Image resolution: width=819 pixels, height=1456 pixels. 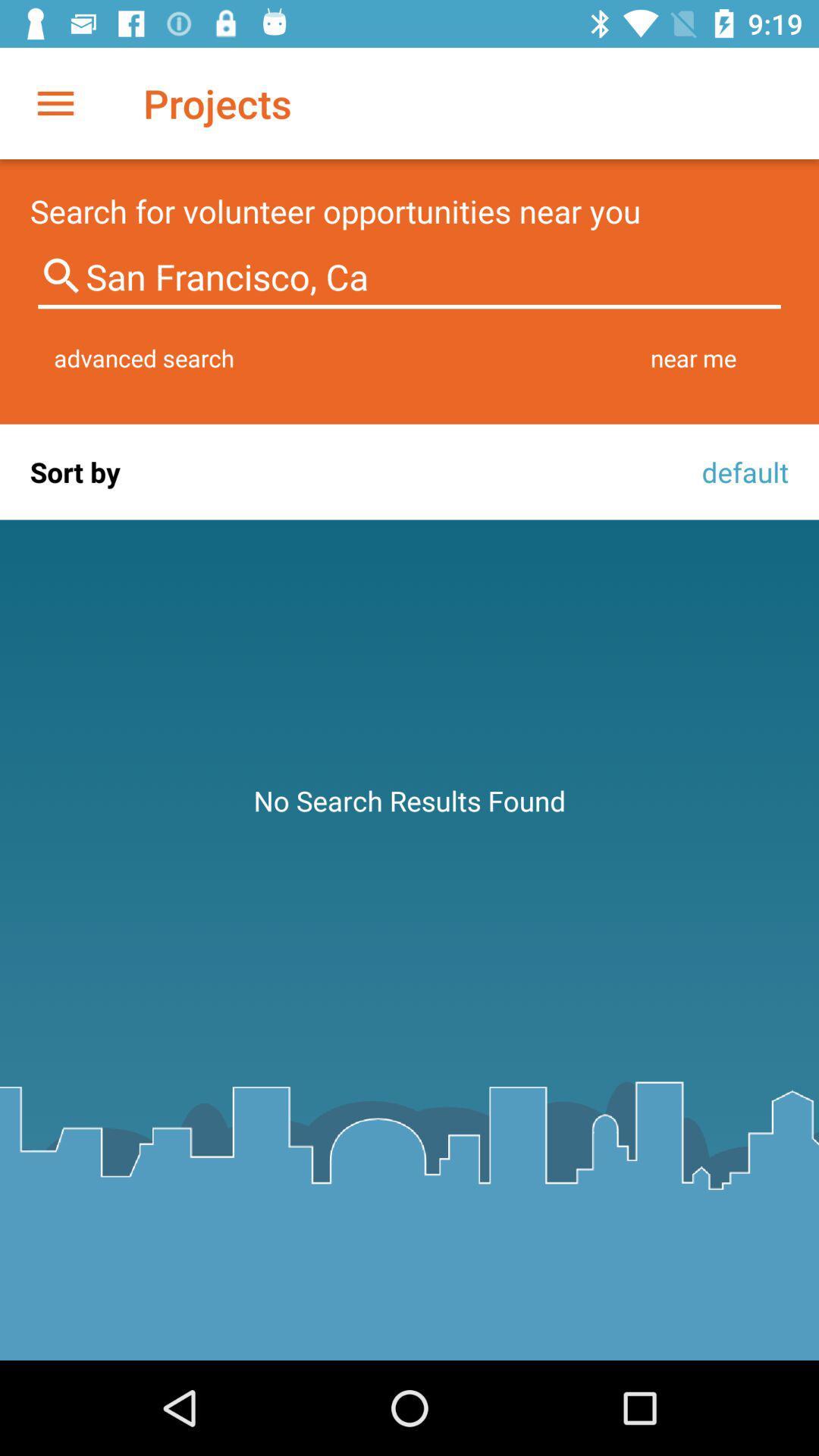 I want to click on item to the right of the advanced search item, so click(x=693, y=357).